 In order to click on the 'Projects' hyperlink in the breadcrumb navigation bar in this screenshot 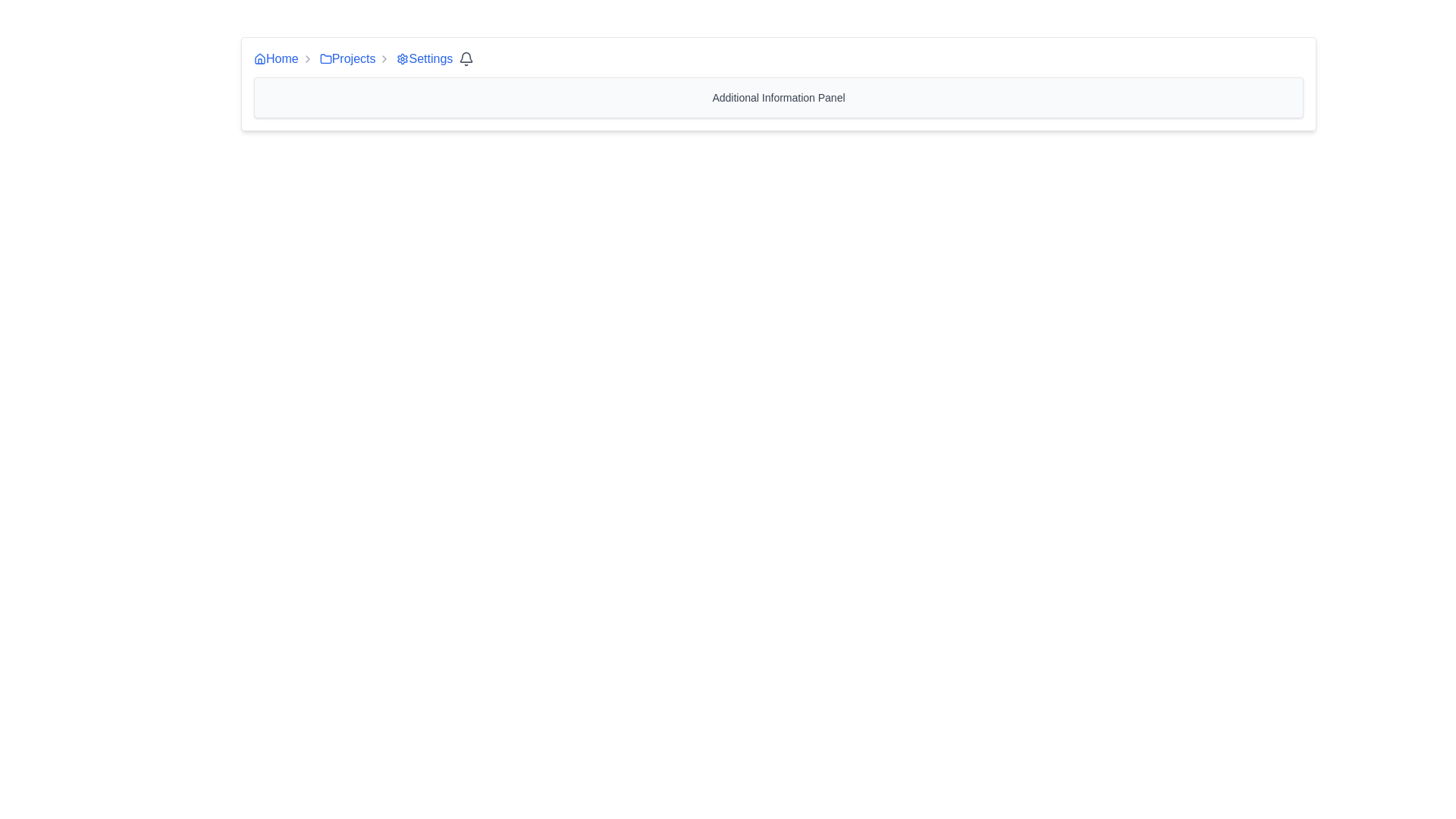, I will do `click(347, 58)`.